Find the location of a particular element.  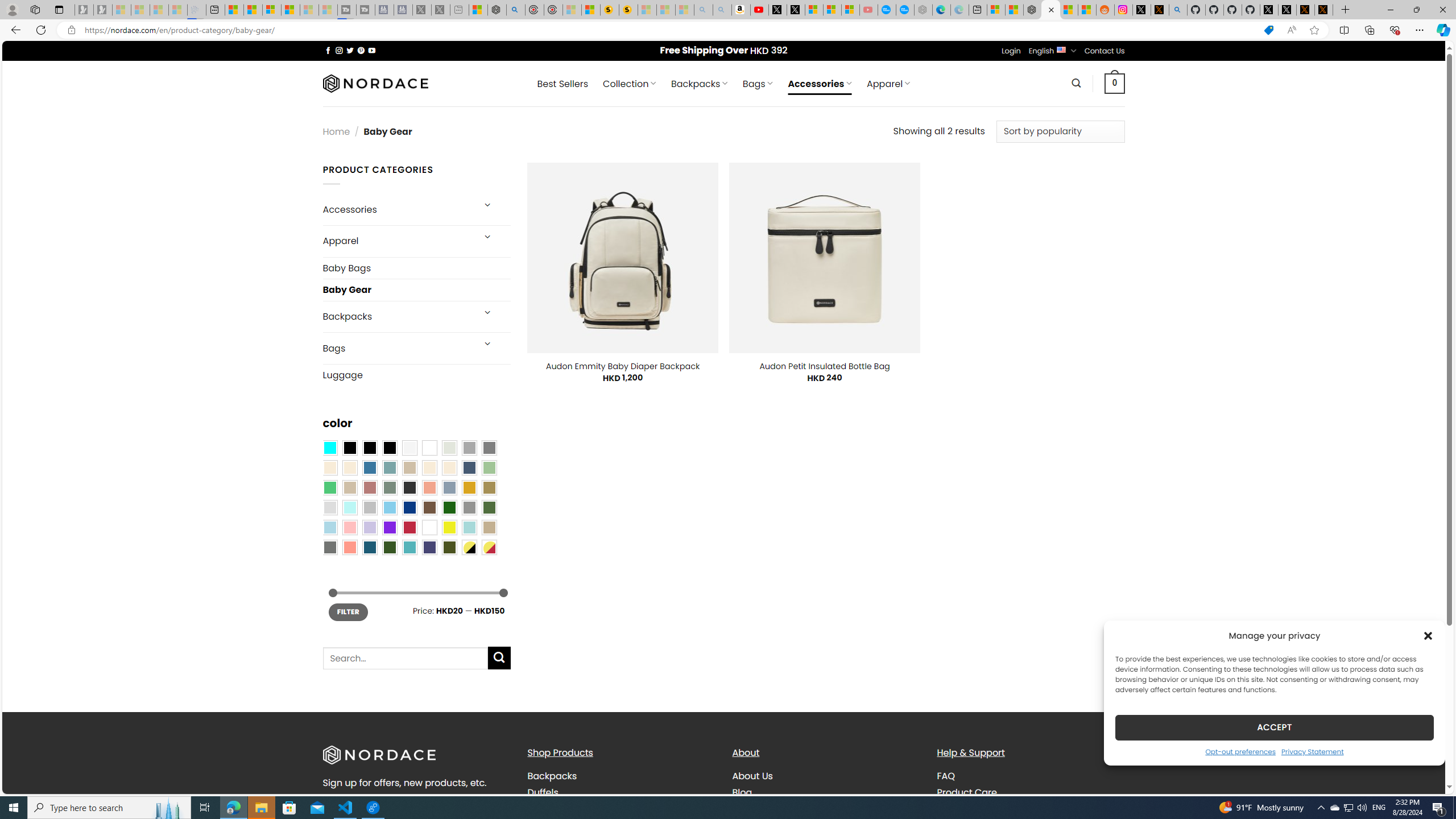

' Best Sellers' is located at coordinates (562, 83).